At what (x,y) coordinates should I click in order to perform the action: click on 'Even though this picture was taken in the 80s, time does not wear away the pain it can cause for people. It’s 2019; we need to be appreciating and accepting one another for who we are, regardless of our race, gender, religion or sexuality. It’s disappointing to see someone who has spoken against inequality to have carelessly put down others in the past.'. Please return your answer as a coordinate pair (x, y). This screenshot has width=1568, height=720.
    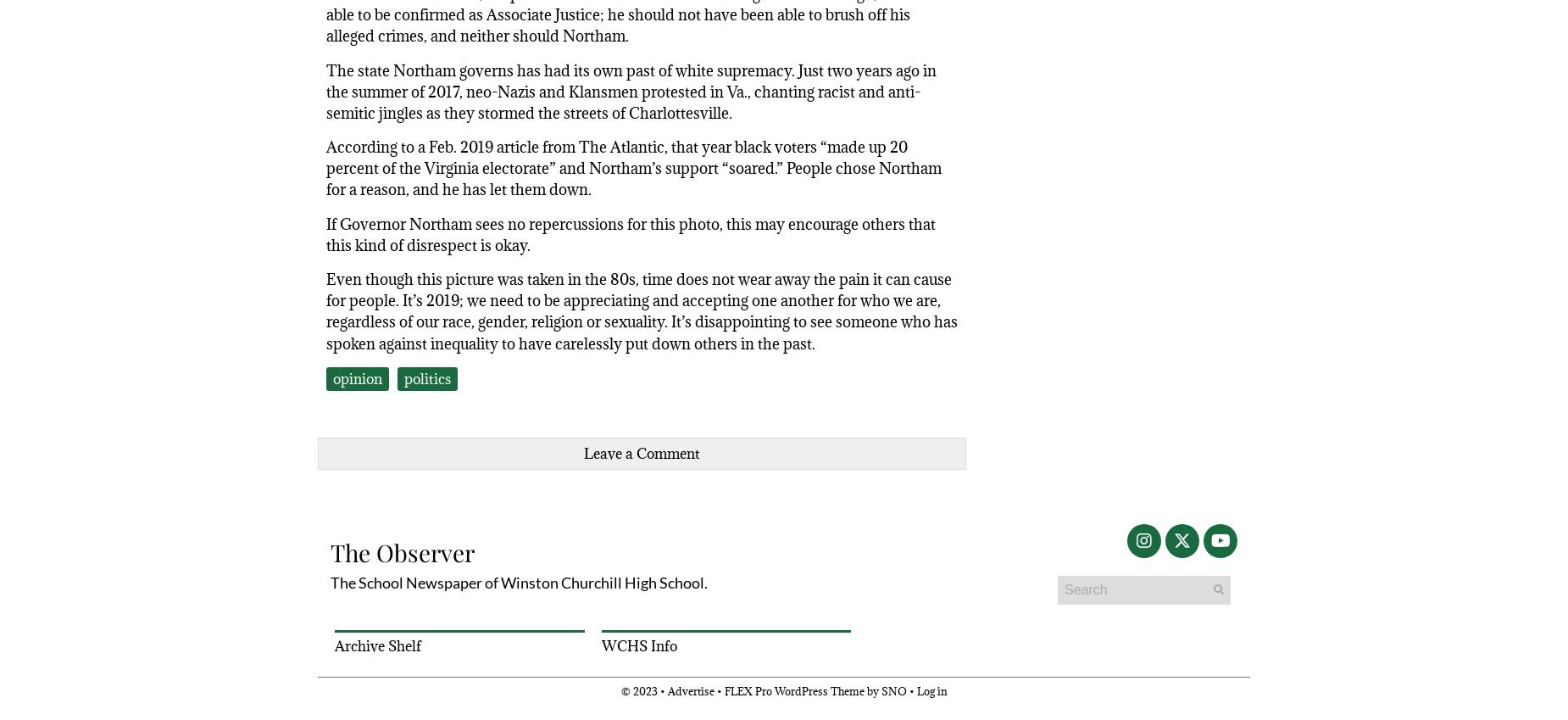
    Looking at the image, I should click on (642, 311).